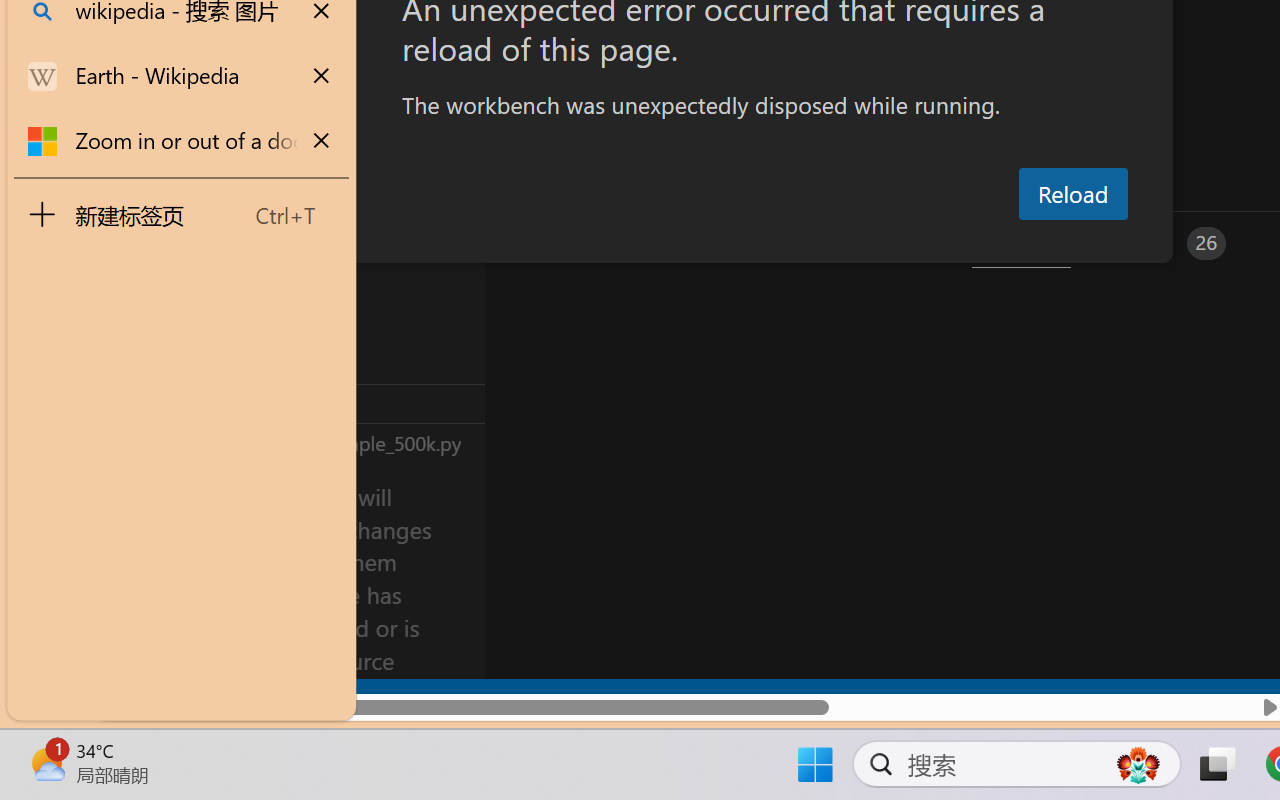  Describe the element at coordinates (331, 403) in the screenshot. I see `'Outline Section'` at that location.